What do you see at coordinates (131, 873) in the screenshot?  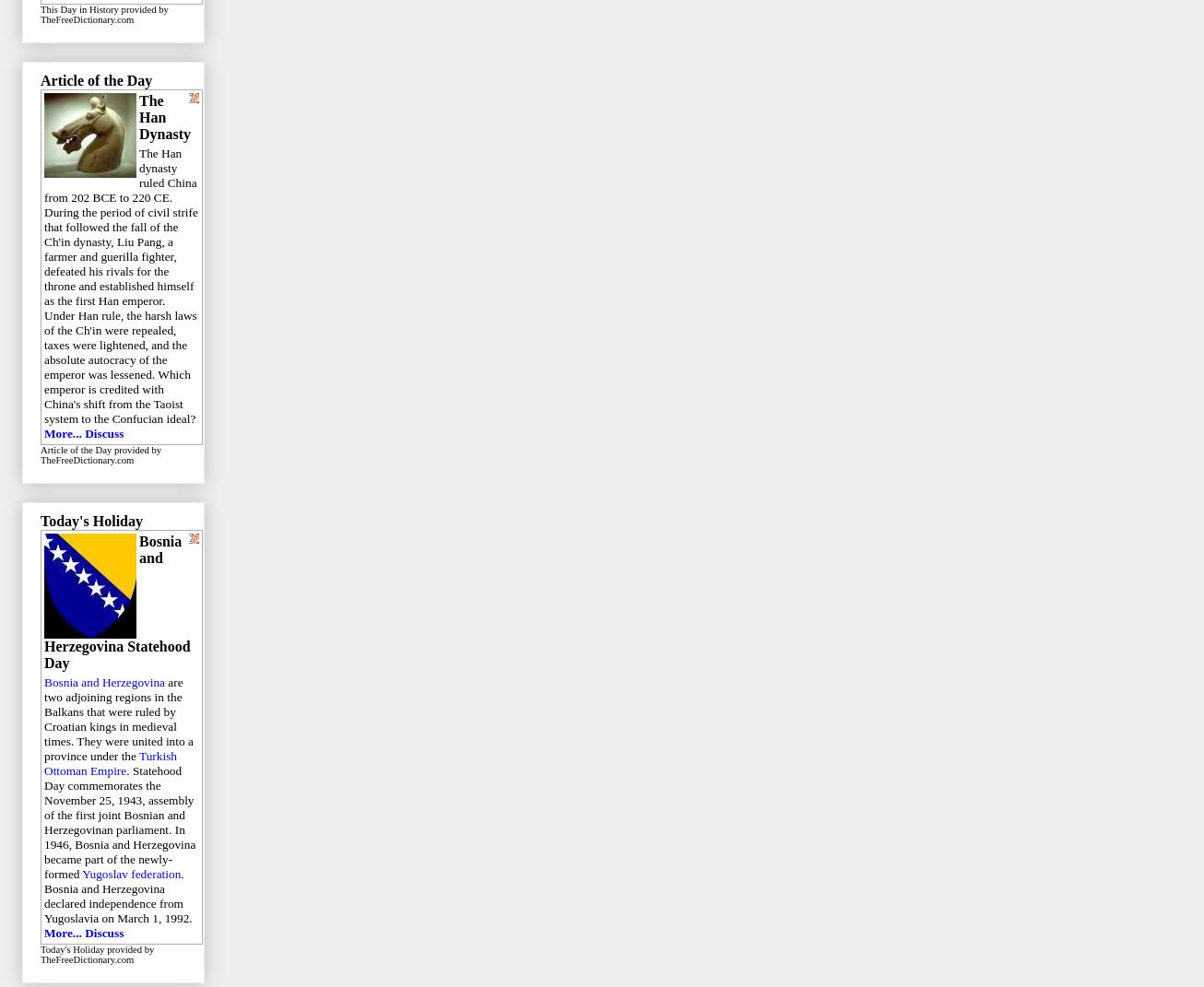 I see `'Yugoslav federation'` at bounding box center [131, 873].